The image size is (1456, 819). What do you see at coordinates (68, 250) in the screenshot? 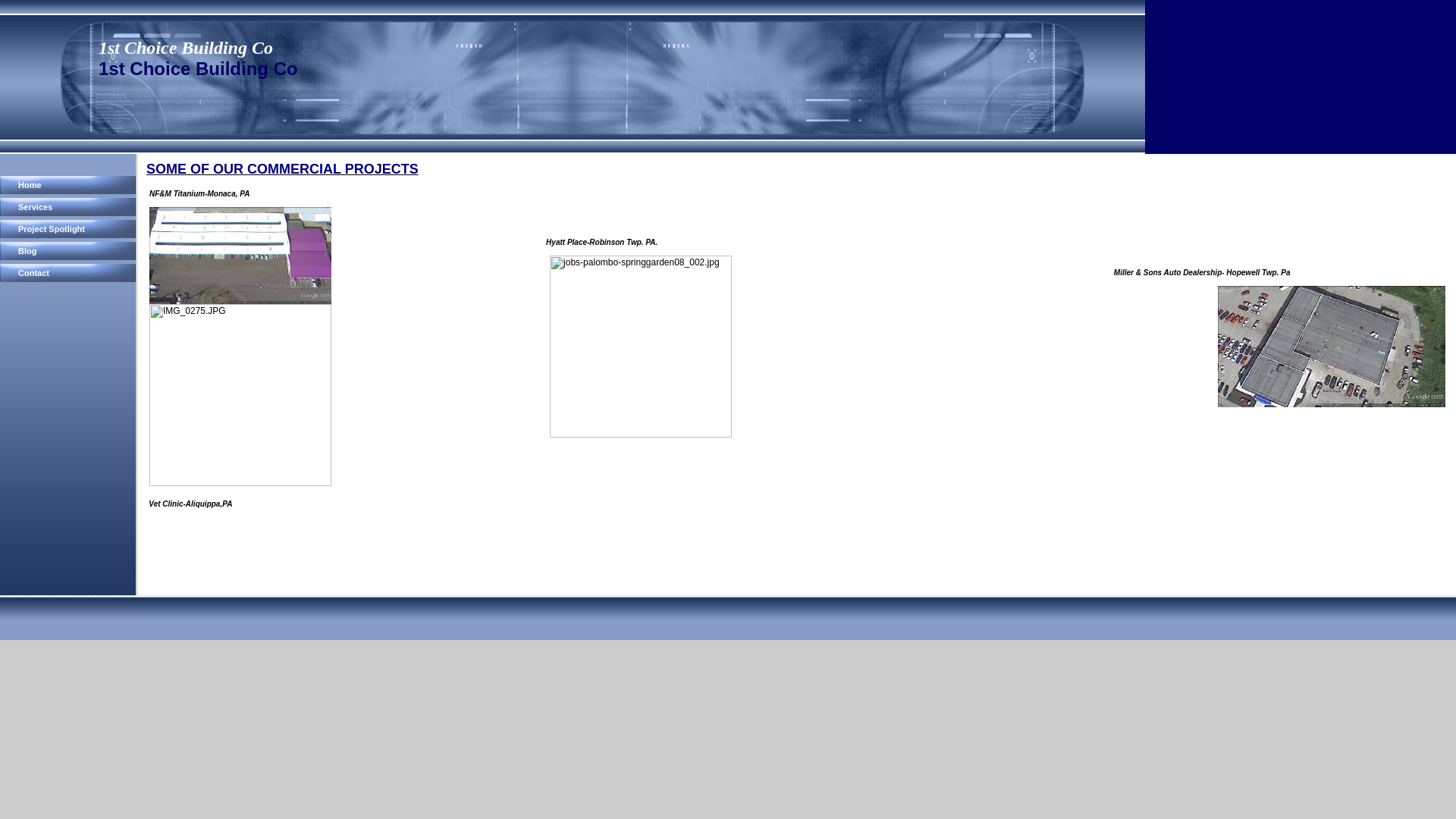
I see `'Blog'` at bounding box center [68, 250].